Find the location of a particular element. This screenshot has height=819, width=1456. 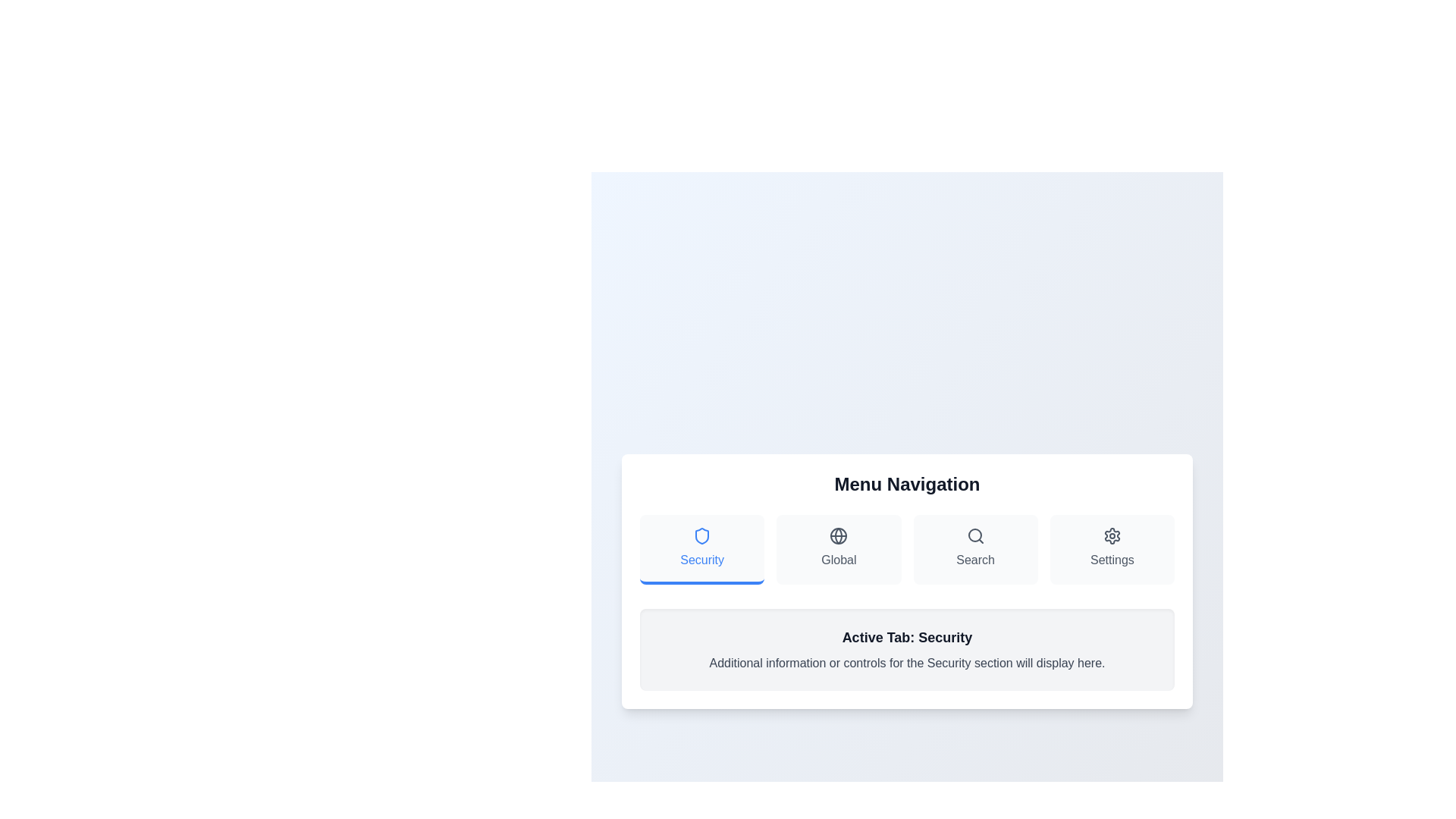

the Global tab by clicking on it is located at coordinates (838, 550).